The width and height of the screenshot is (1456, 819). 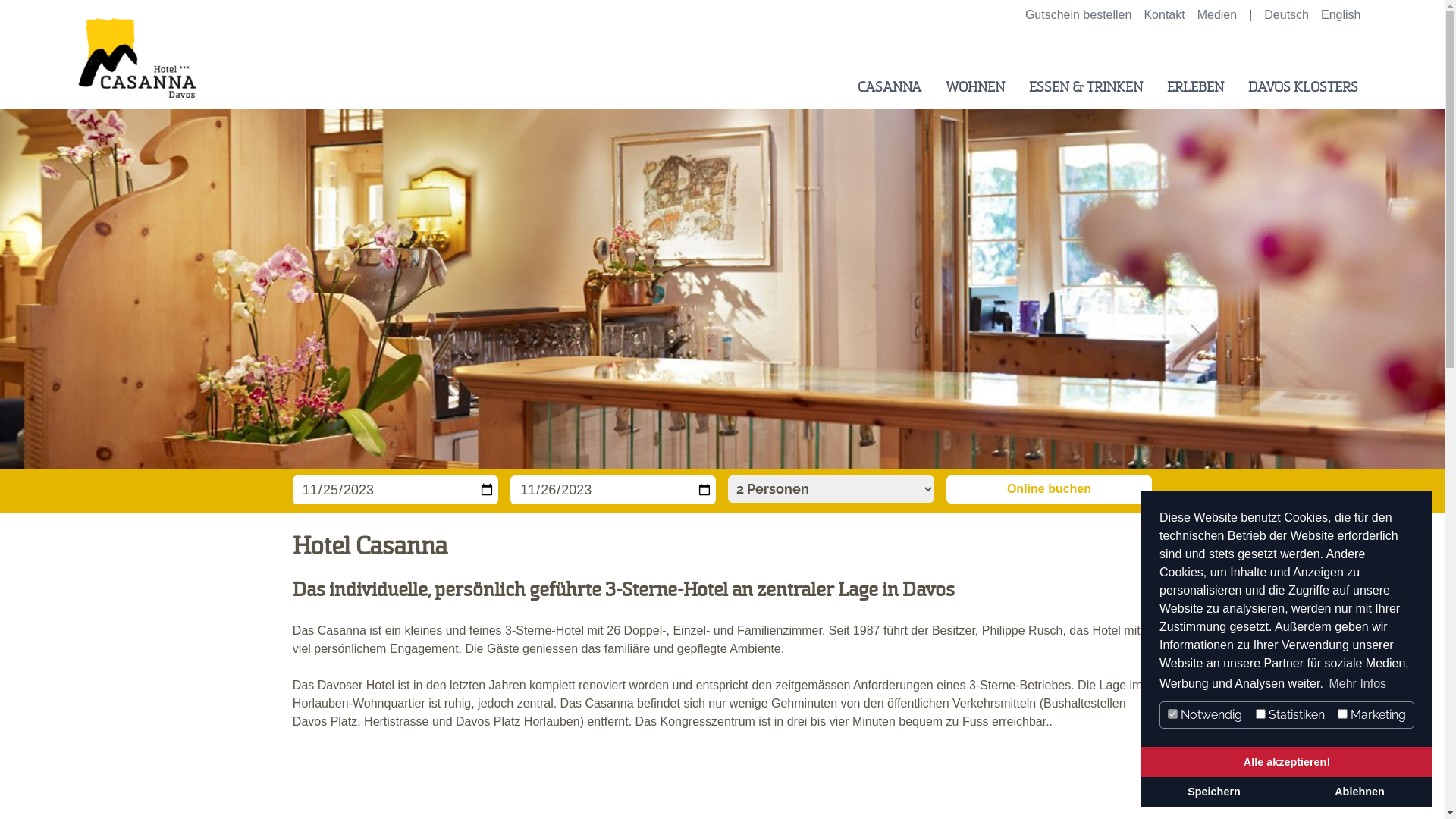 What do you see at coordinates (882, 87) in the screenshot?
I see `'CASANNA'` at bounding box center [882, 87].